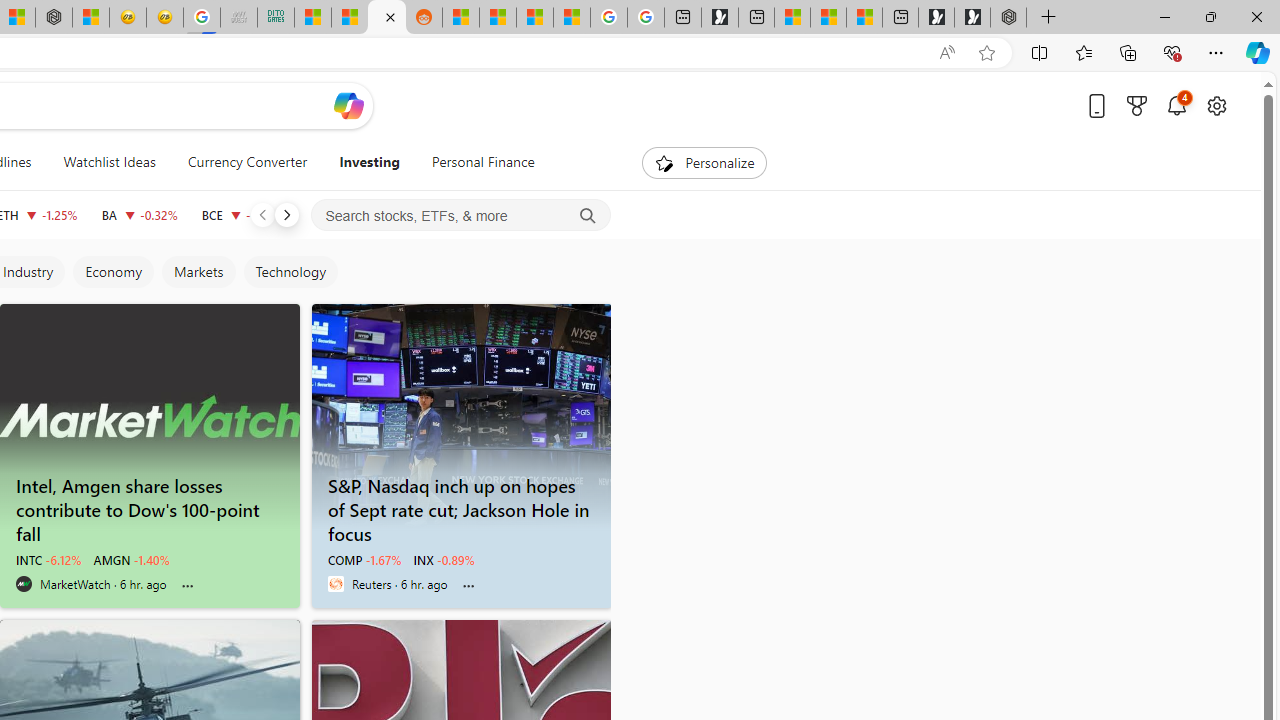 Image resolution: width=1280 pixels, height=720 pixels. I want to click on 'Restore', so click(1209, 16).